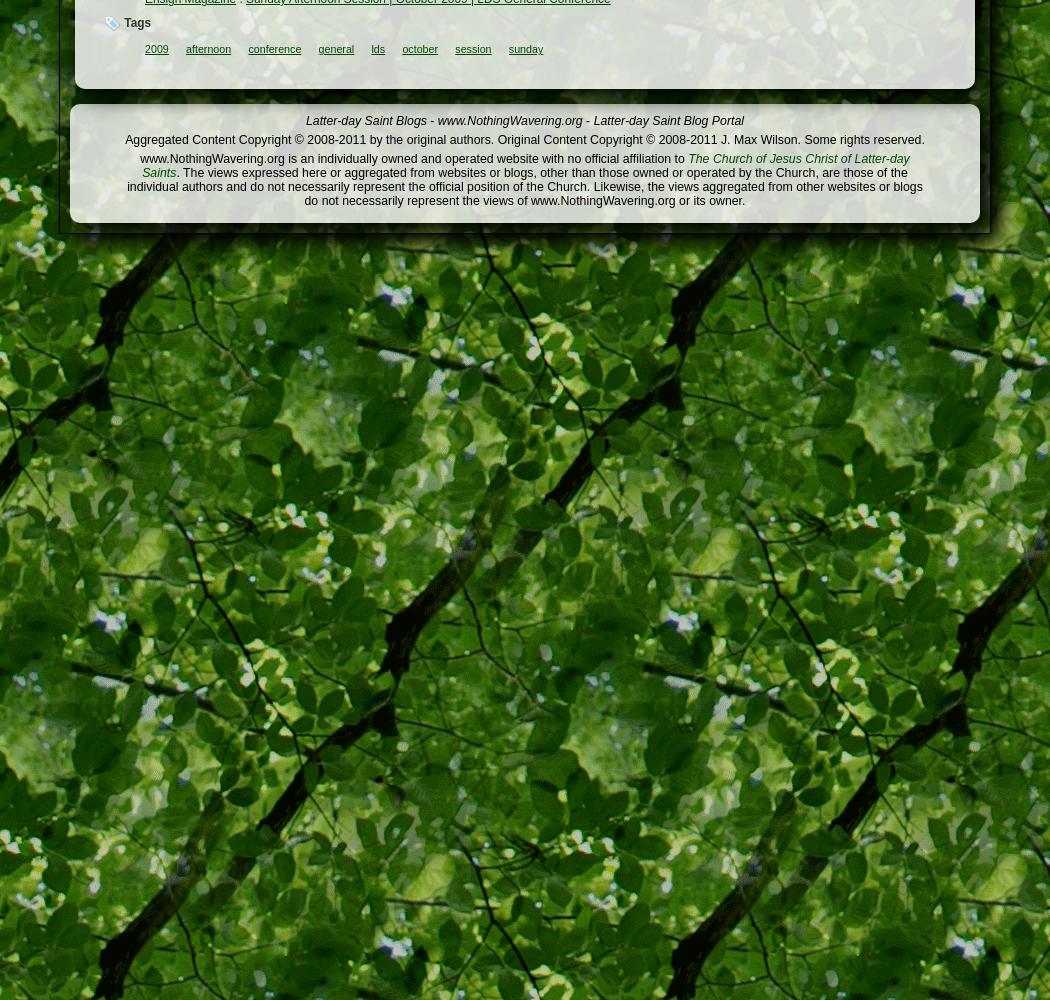 Image resolution: width=1050 pixels, height=1000 pixels. I want to click on 'afternoon', so click(207, 49).